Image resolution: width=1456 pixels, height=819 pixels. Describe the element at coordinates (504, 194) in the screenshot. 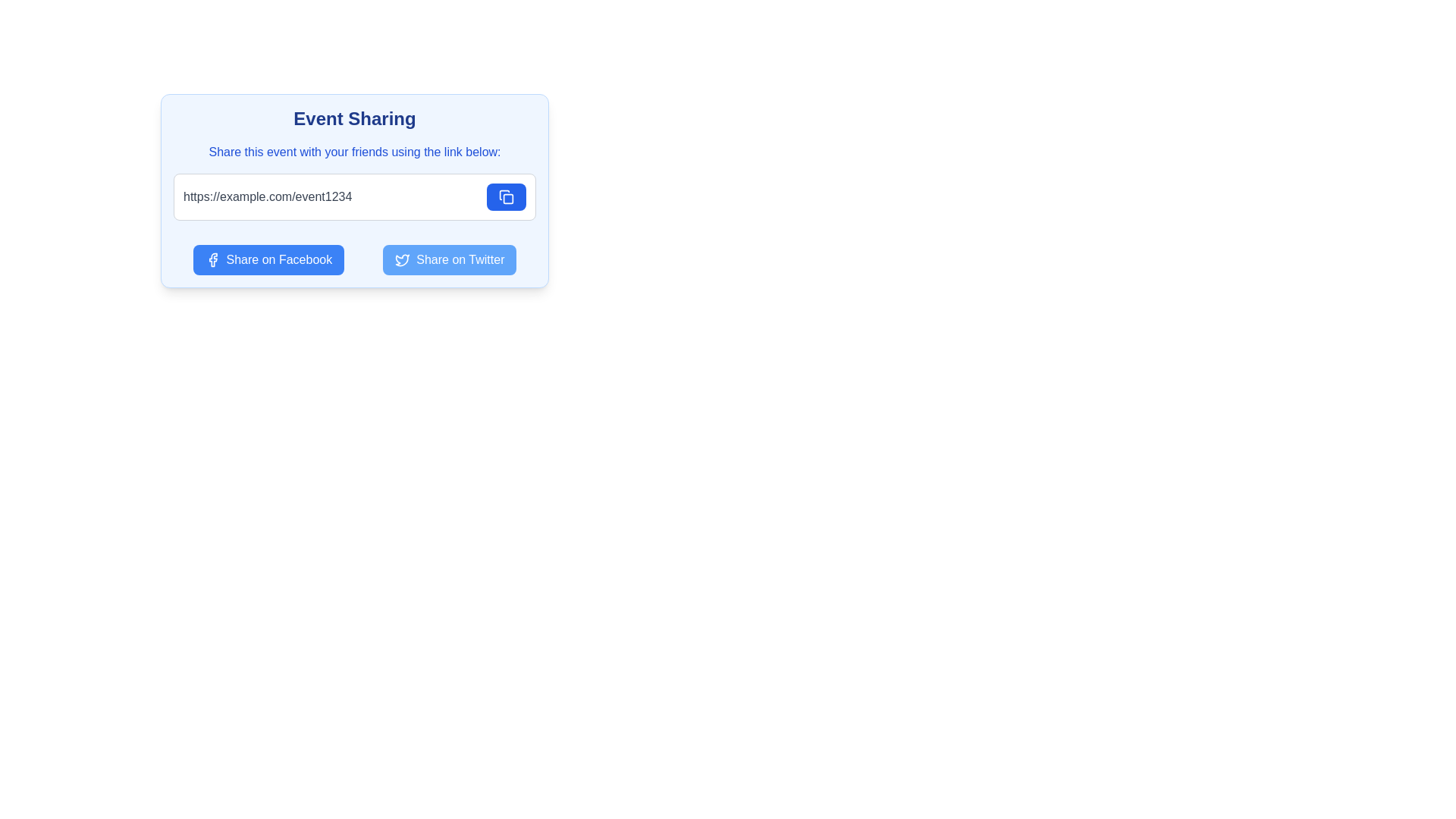

I see `the SVG icon representing the copying functionality located to the right of the text input field displaying a link` at that location.